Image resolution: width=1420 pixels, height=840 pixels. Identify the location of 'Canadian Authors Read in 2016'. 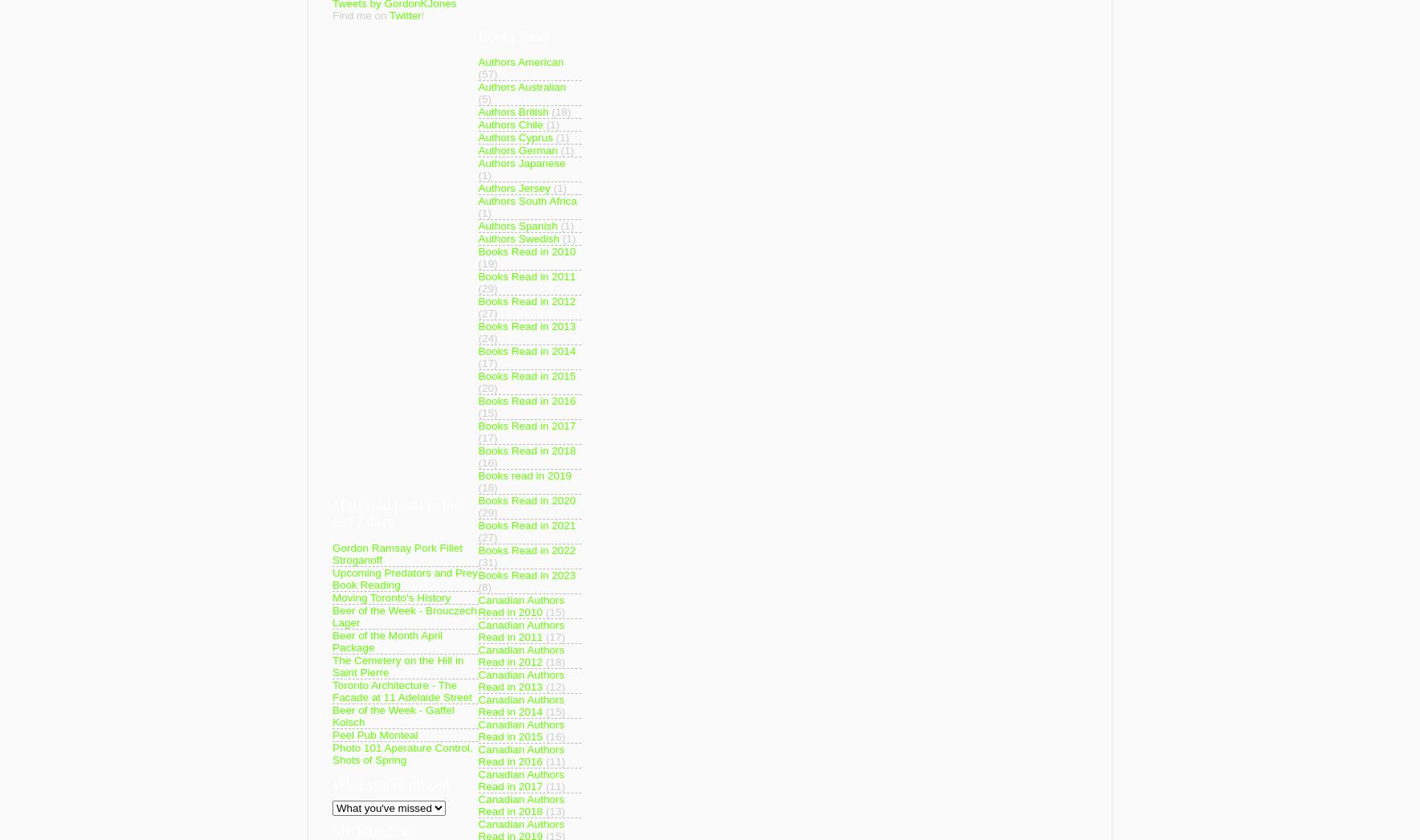
(476, 755).